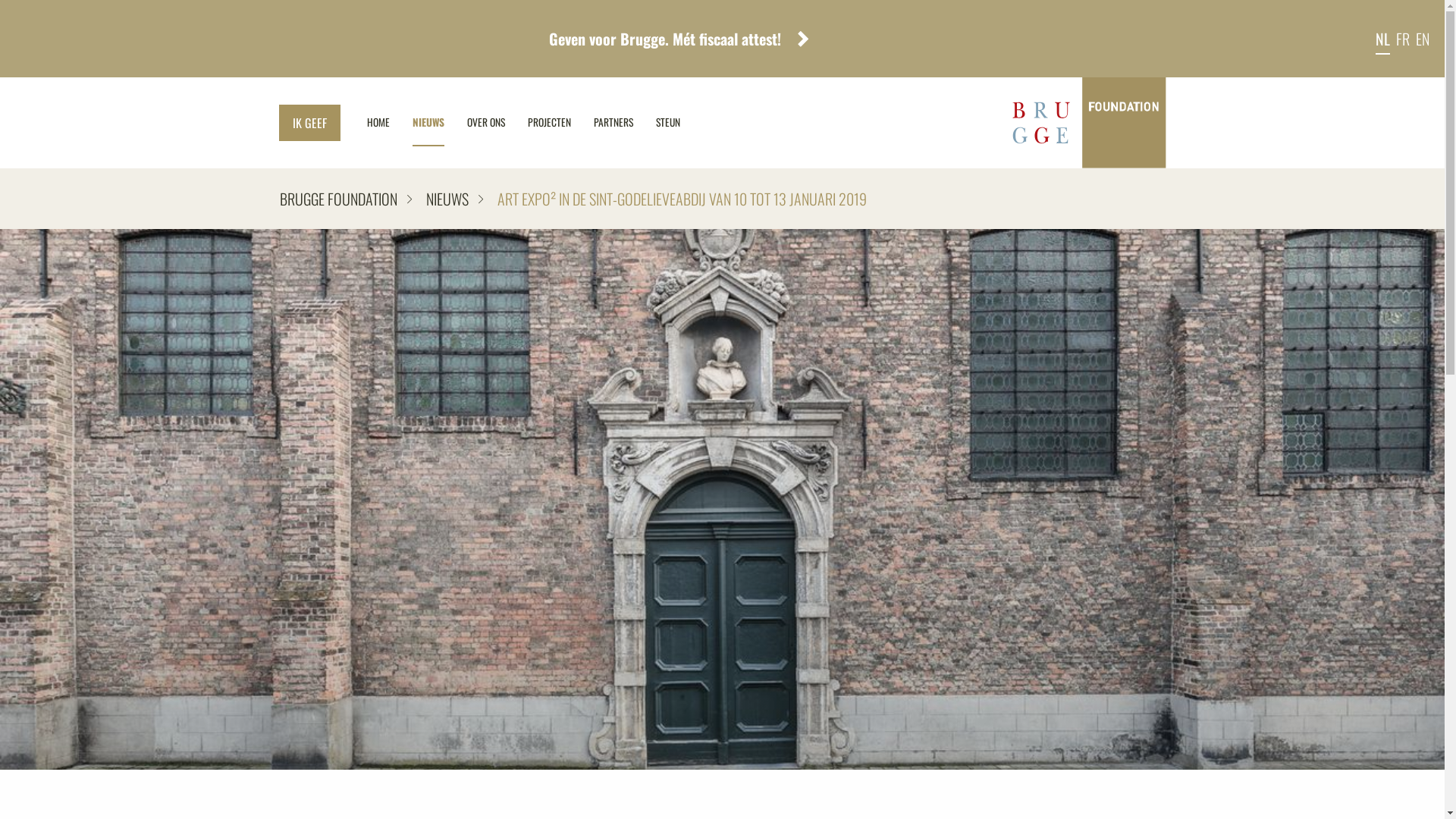 This screenshot has height=819, width=1456. Describe the element at coordinates (1382, 37) in the screenshot. I see `'NL'` at that location.